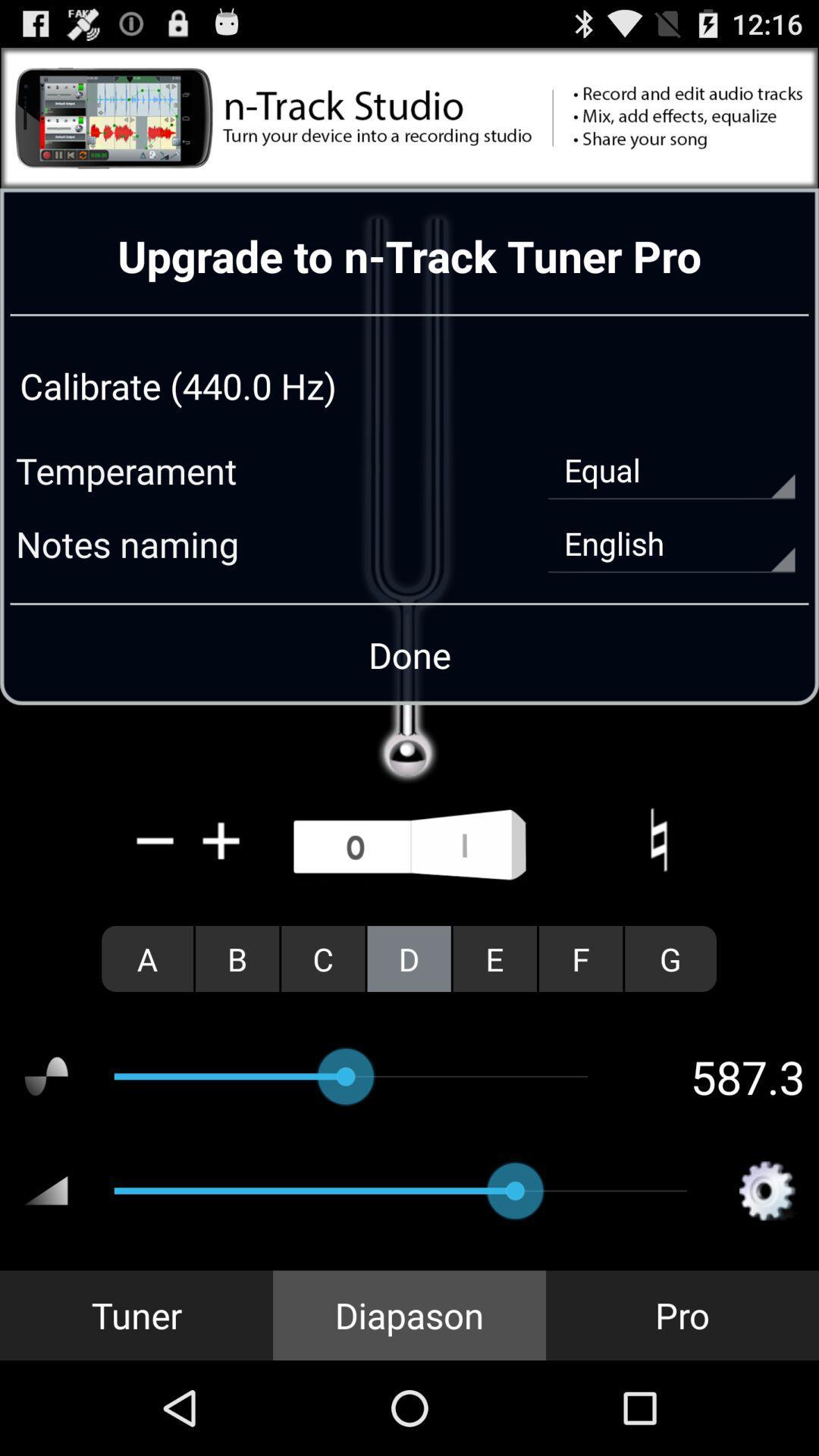 This screenshot has width=819, height=1456. What do you see at coordinates (580, 958) in the screenshot?
I see `the f radio button` at bounding box center [580, 958].